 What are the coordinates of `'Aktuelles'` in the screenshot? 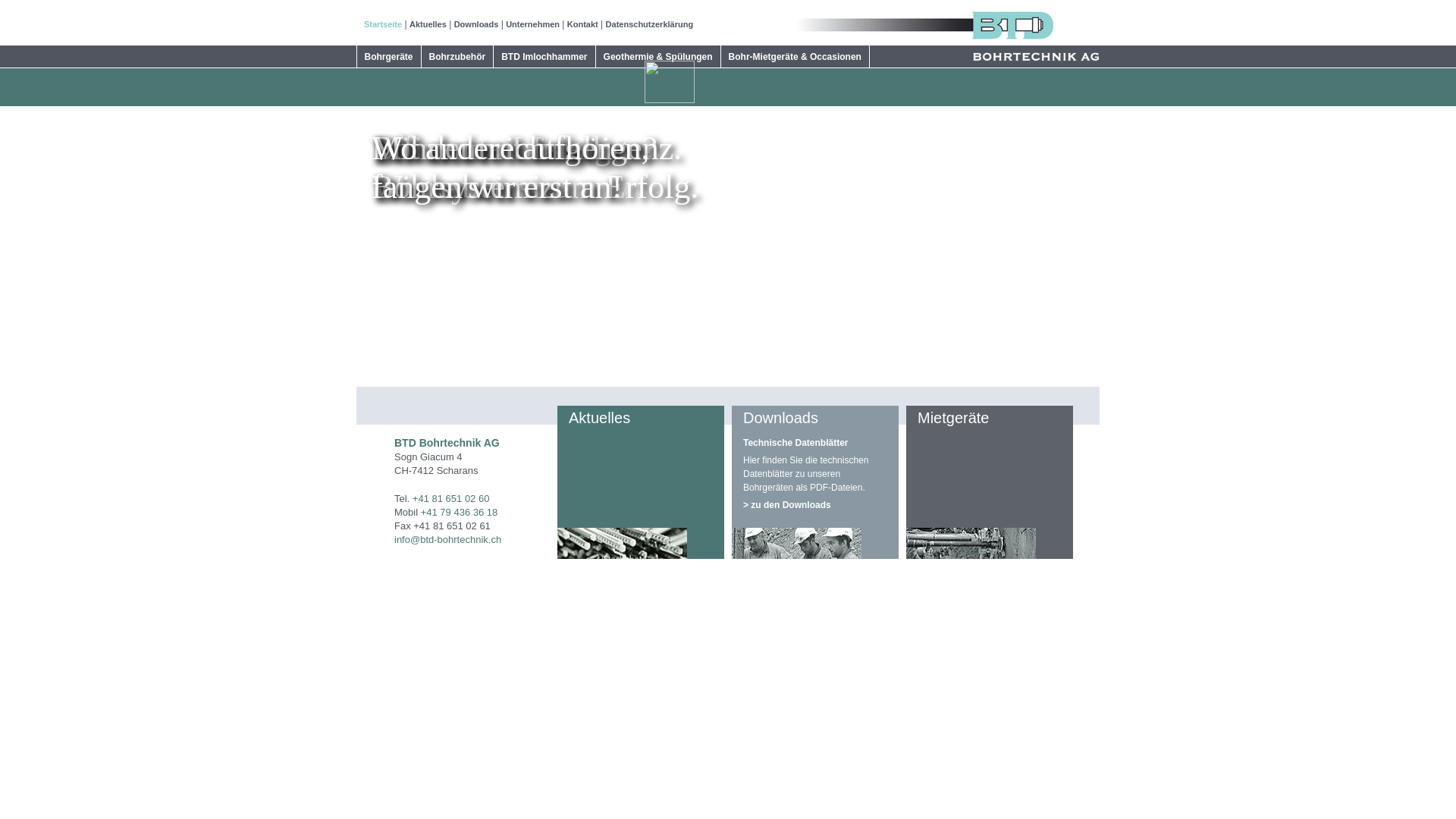 It's located at (427, 24).